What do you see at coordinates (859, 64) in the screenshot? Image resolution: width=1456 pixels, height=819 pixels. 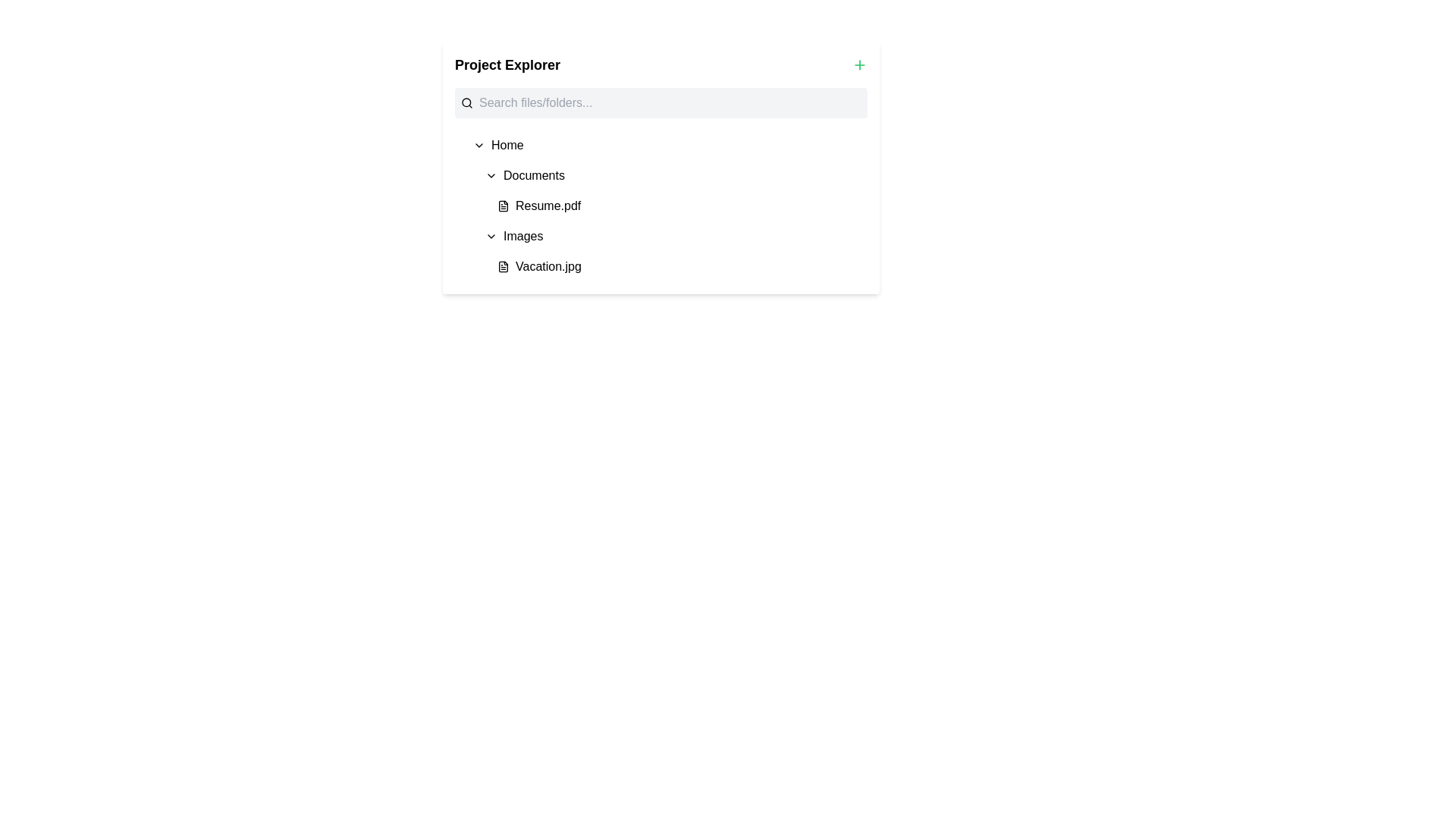 I see `the 'Add' icon/button located to the far right of the 'Project Explorer' section` at bounding box center [859, 64].